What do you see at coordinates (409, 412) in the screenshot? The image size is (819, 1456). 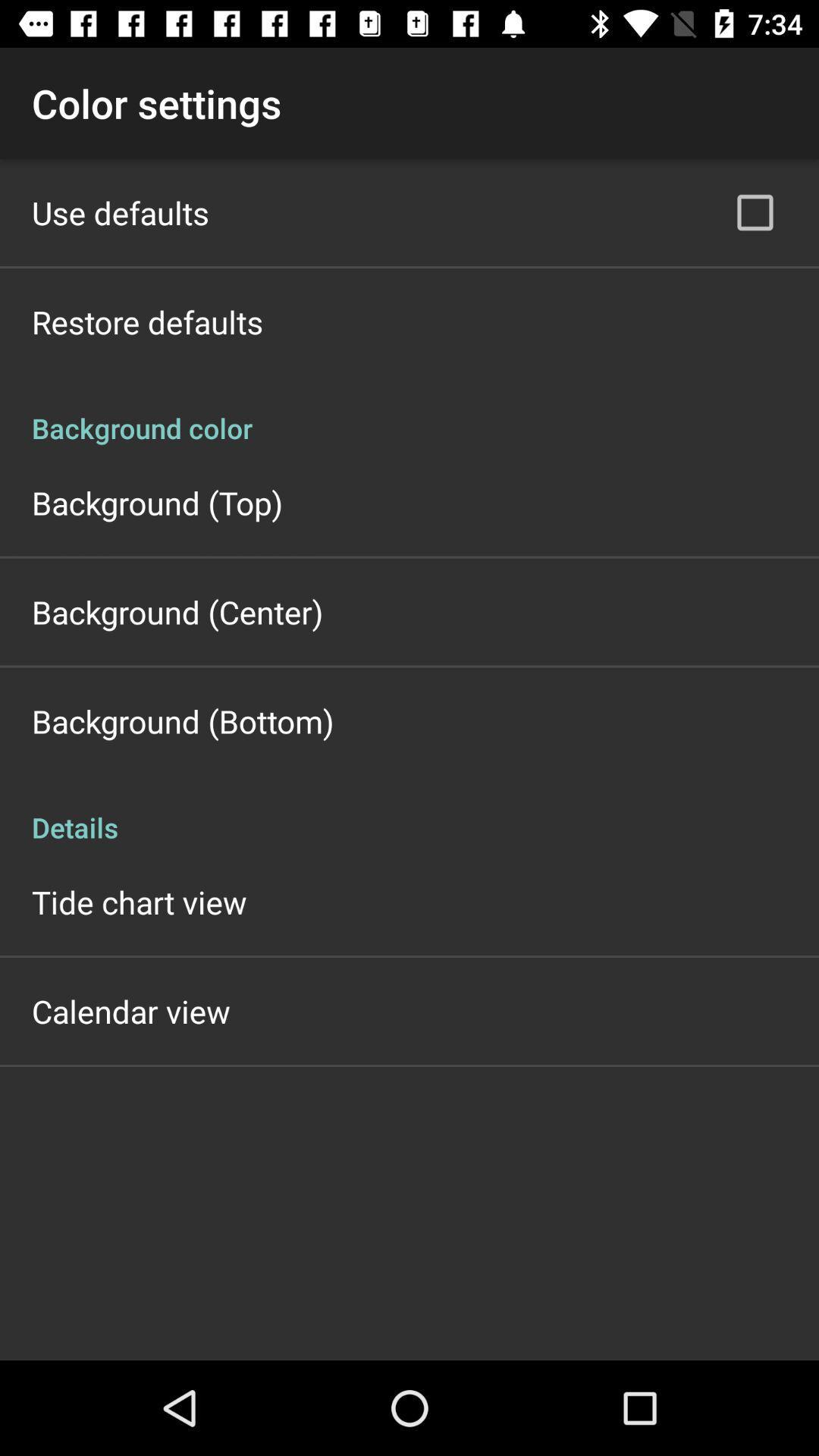 I see `the app below restore defaults app` at bounding box center [409, 412].